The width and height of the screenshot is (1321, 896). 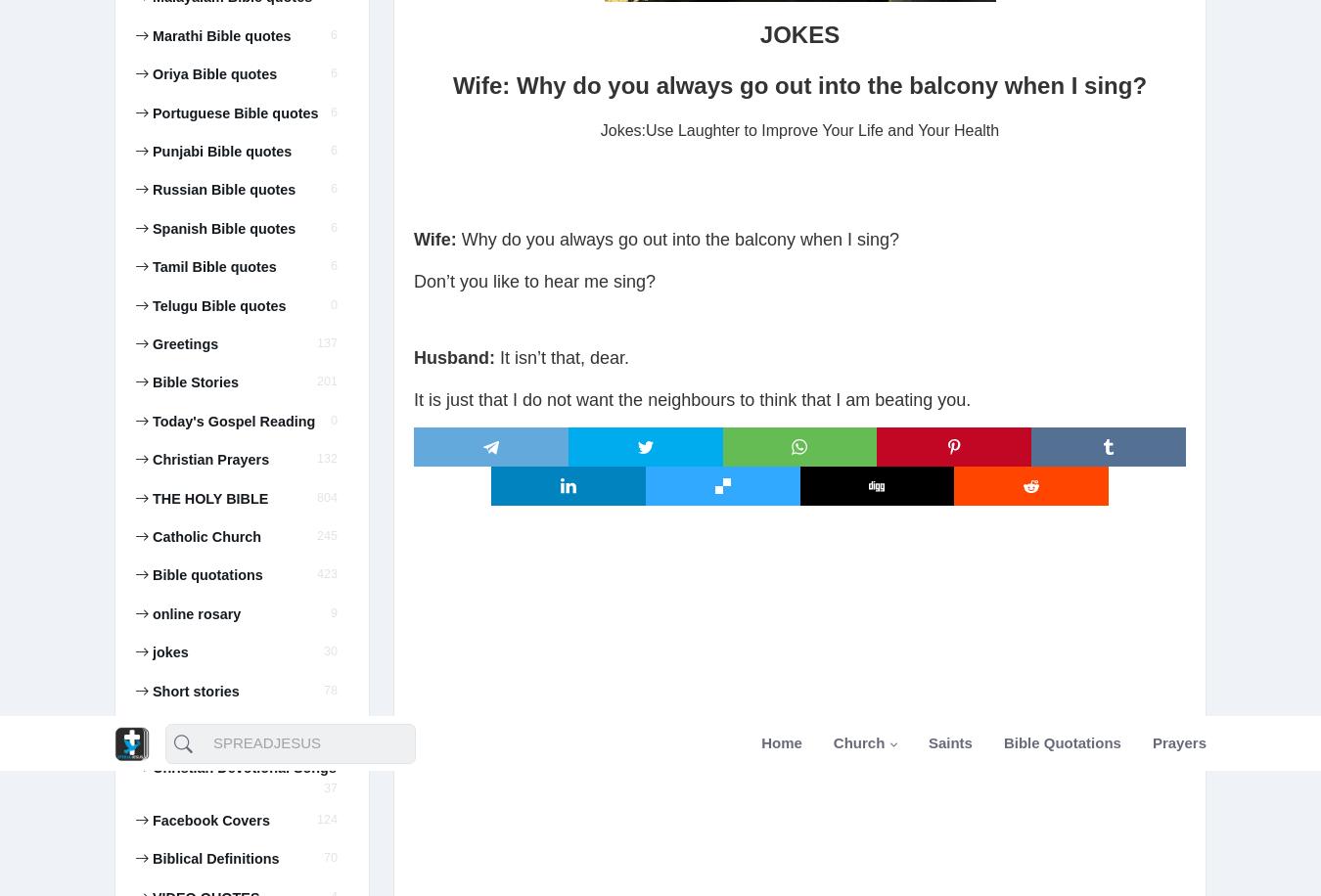 I want to click on 'Hindi Bible Quotes John 4:24', so click(x=226, y=210).